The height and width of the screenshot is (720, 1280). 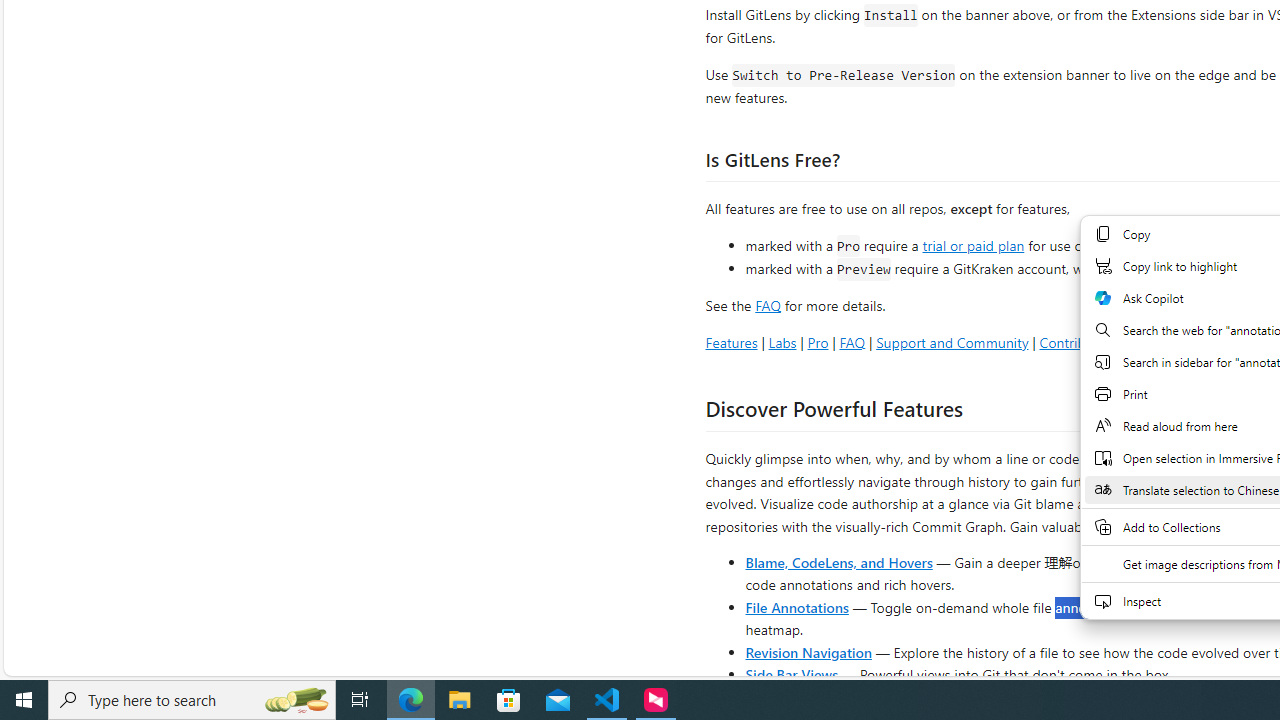 I want to click on 'Blame, CodeLens, and Hovers', so click(x=839, y=561).